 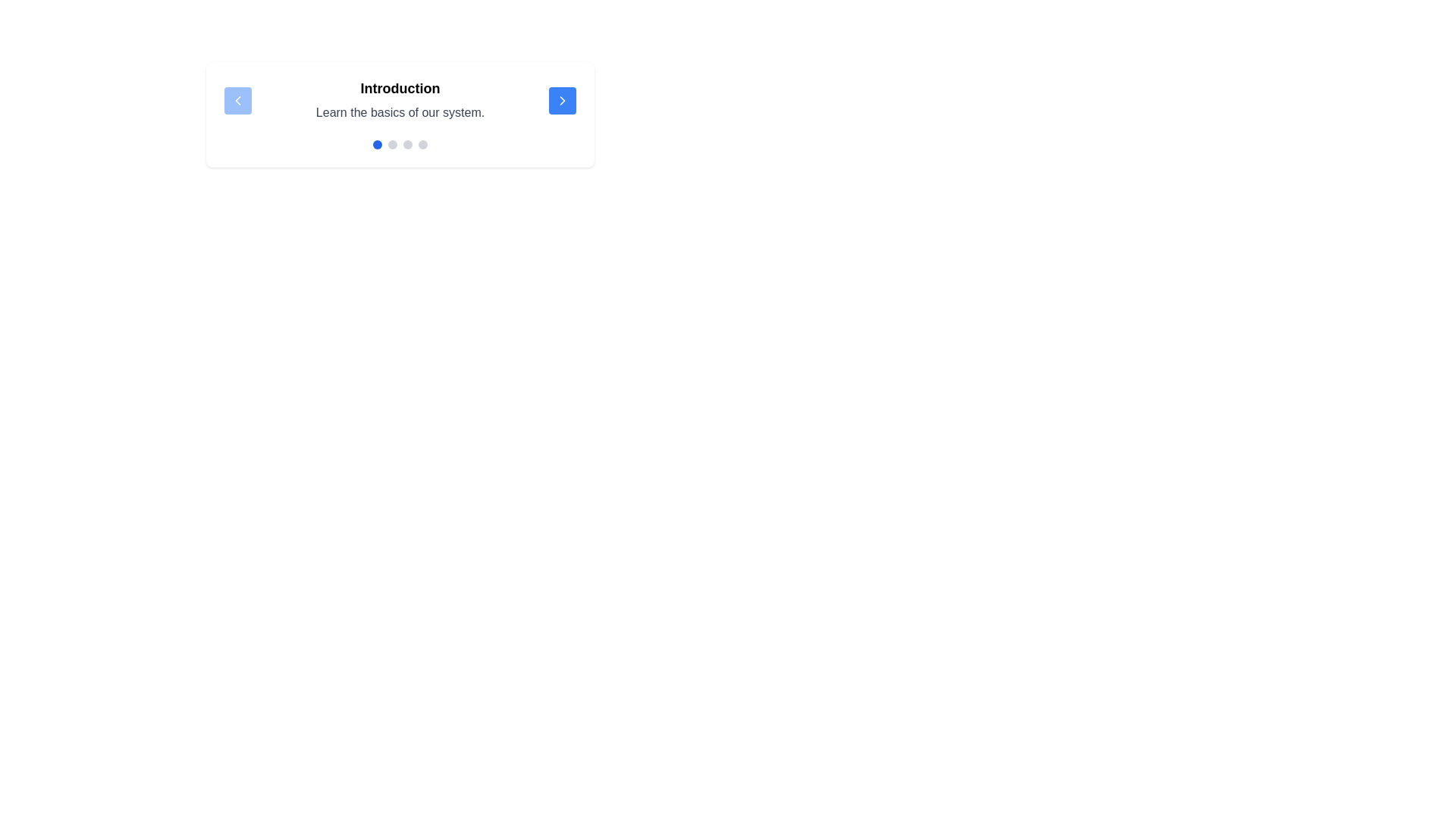 What do you see at coordinates (422, 144) in the screenshot?
I see `the fourth inactive navigation indicator dot at the bottom of the carousel` at bounding box center [422, 144].